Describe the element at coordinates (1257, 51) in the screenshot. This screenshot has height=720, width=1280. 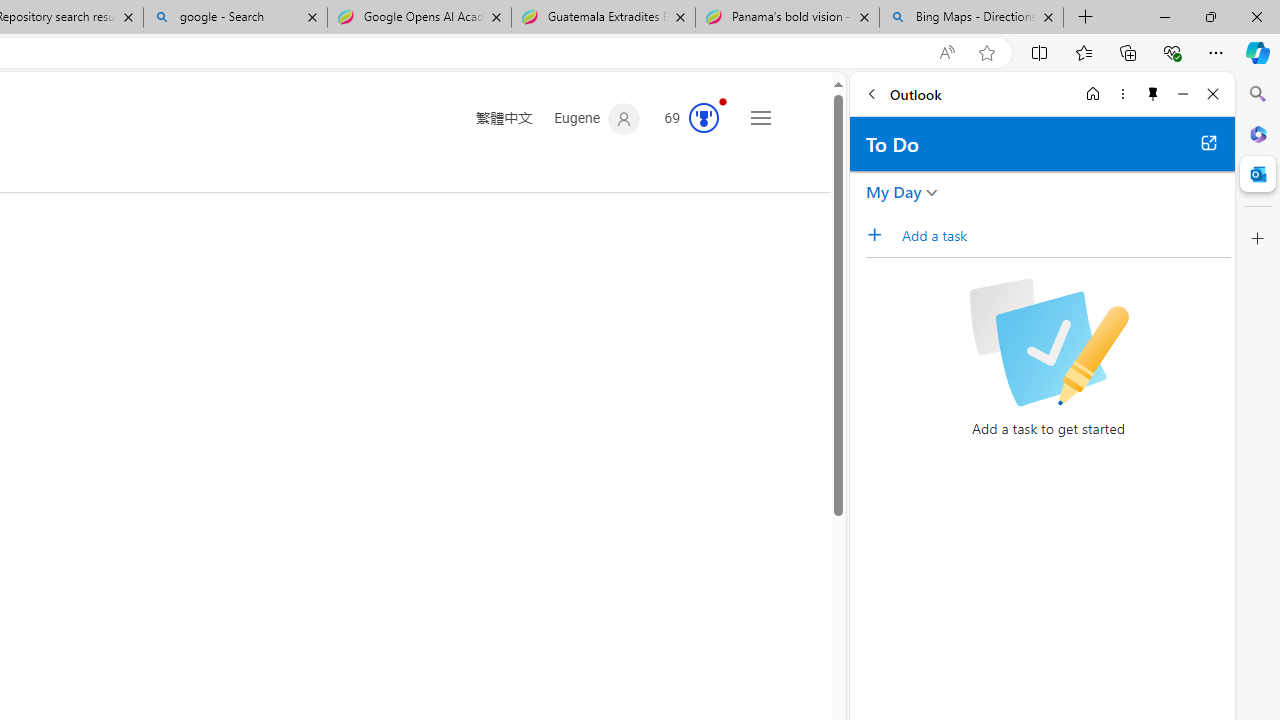
I see `'Copilot (Ctrl+Shift+.)'` at that location.